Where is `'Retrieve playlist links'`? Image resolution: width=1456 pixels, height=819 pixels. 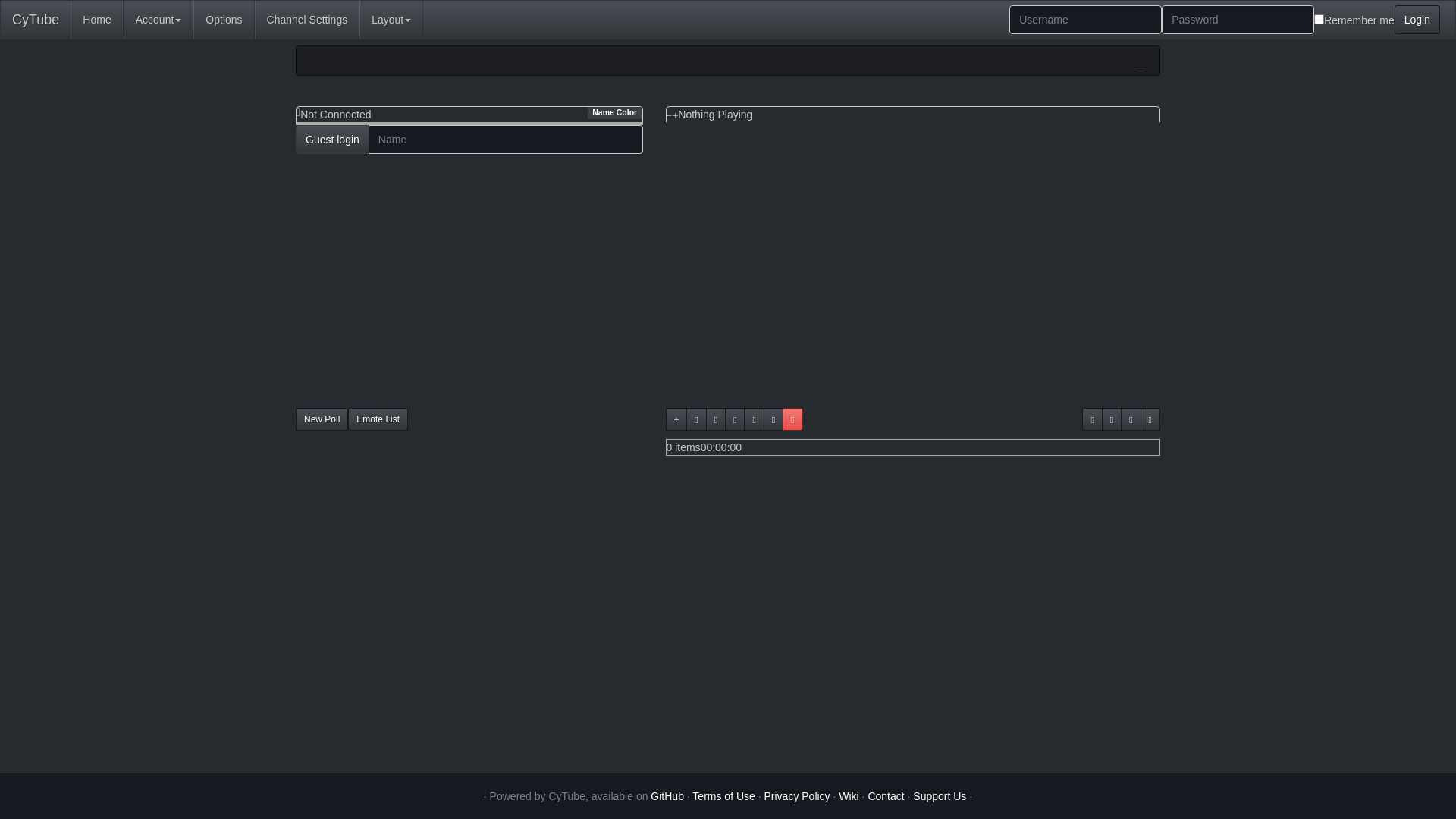
'Retrieve playlist links' is located at coordinates (1131, 419).